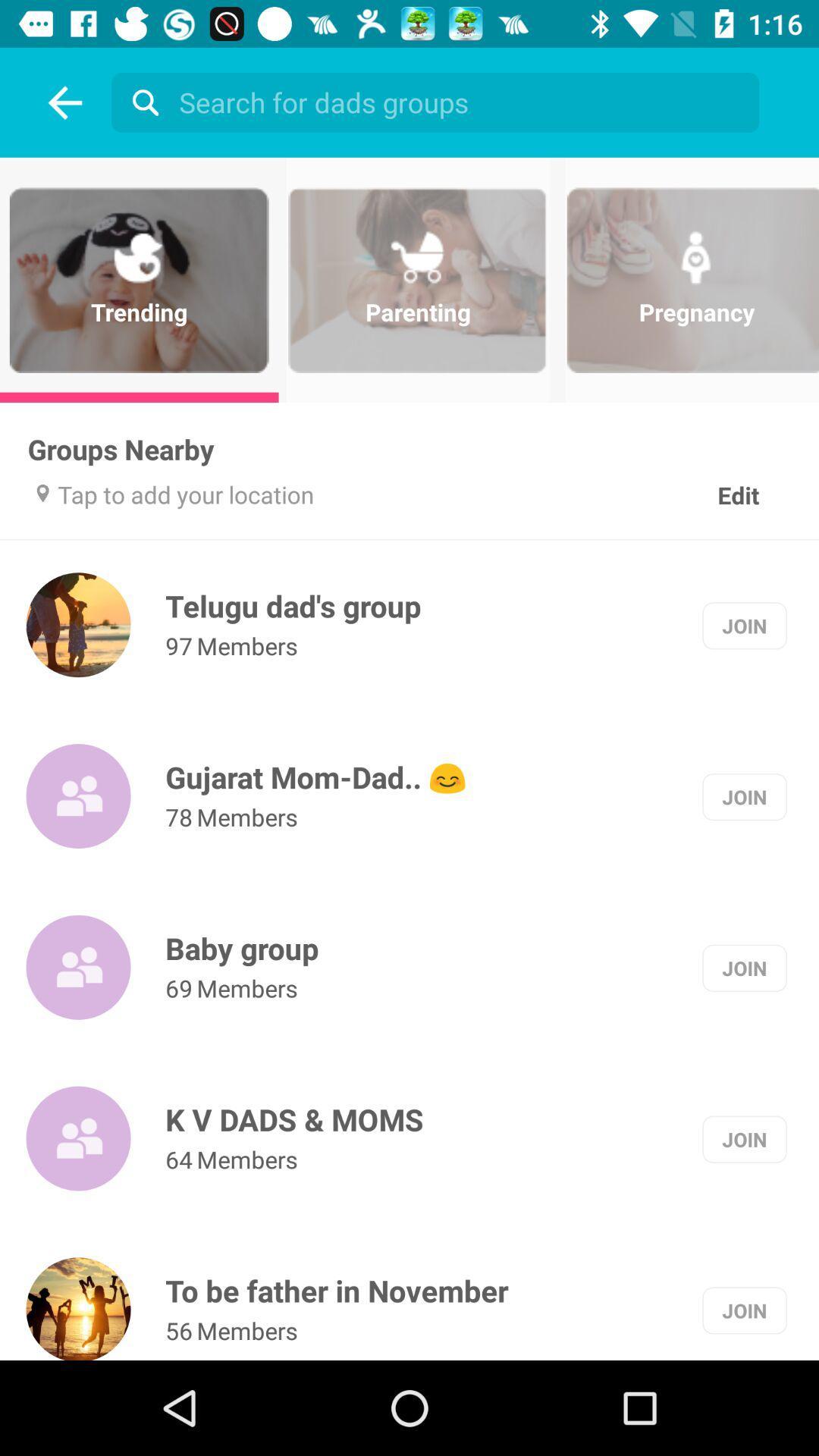  What do you see at coordinates (178, 1329) in the screenshot?
I see `the 56 item` at bounding box center [178, 1329].